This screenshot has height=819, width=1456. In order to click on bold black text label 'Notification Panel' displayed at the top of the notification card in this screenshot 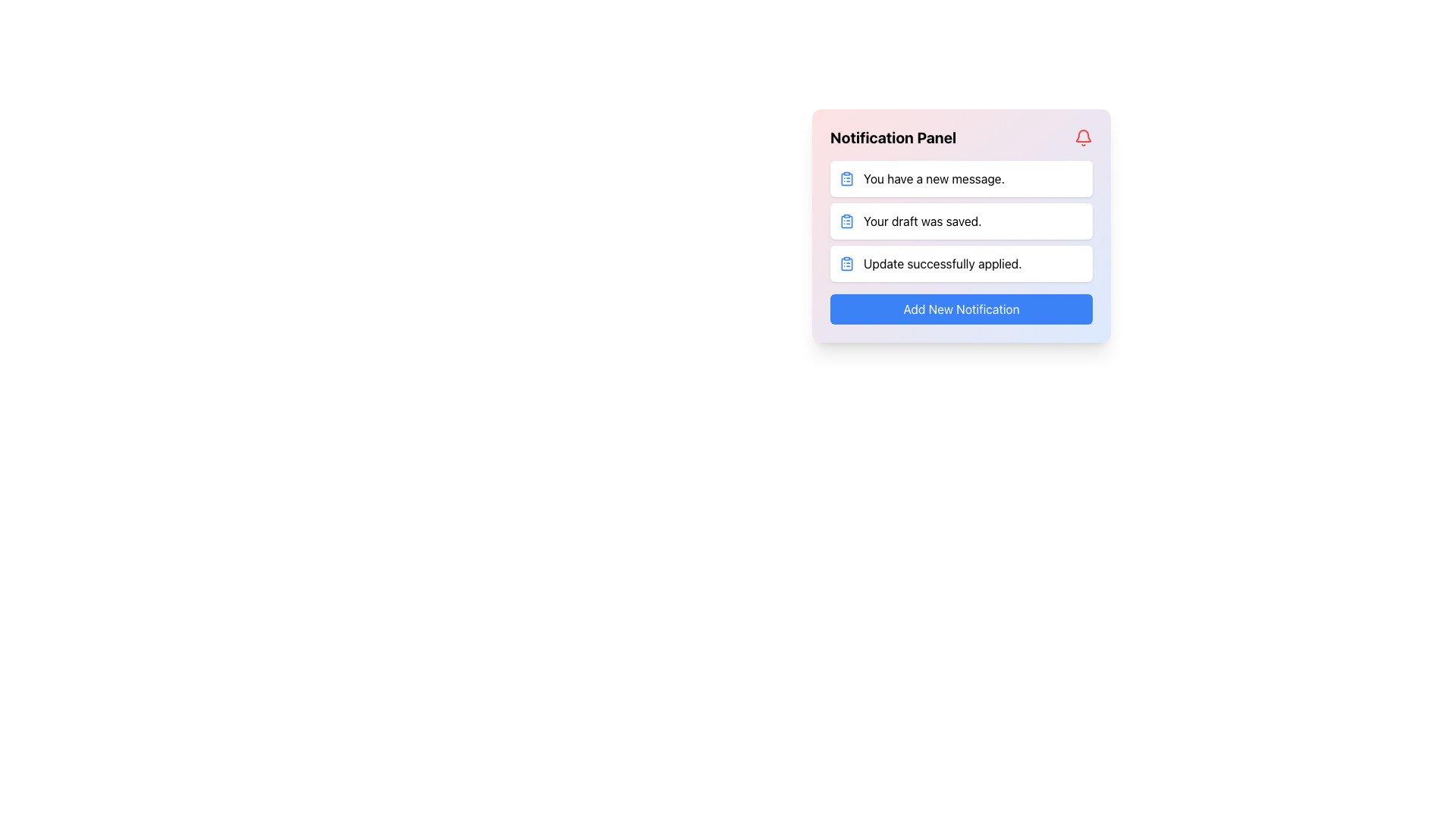, I will do `click(893, 137)`.